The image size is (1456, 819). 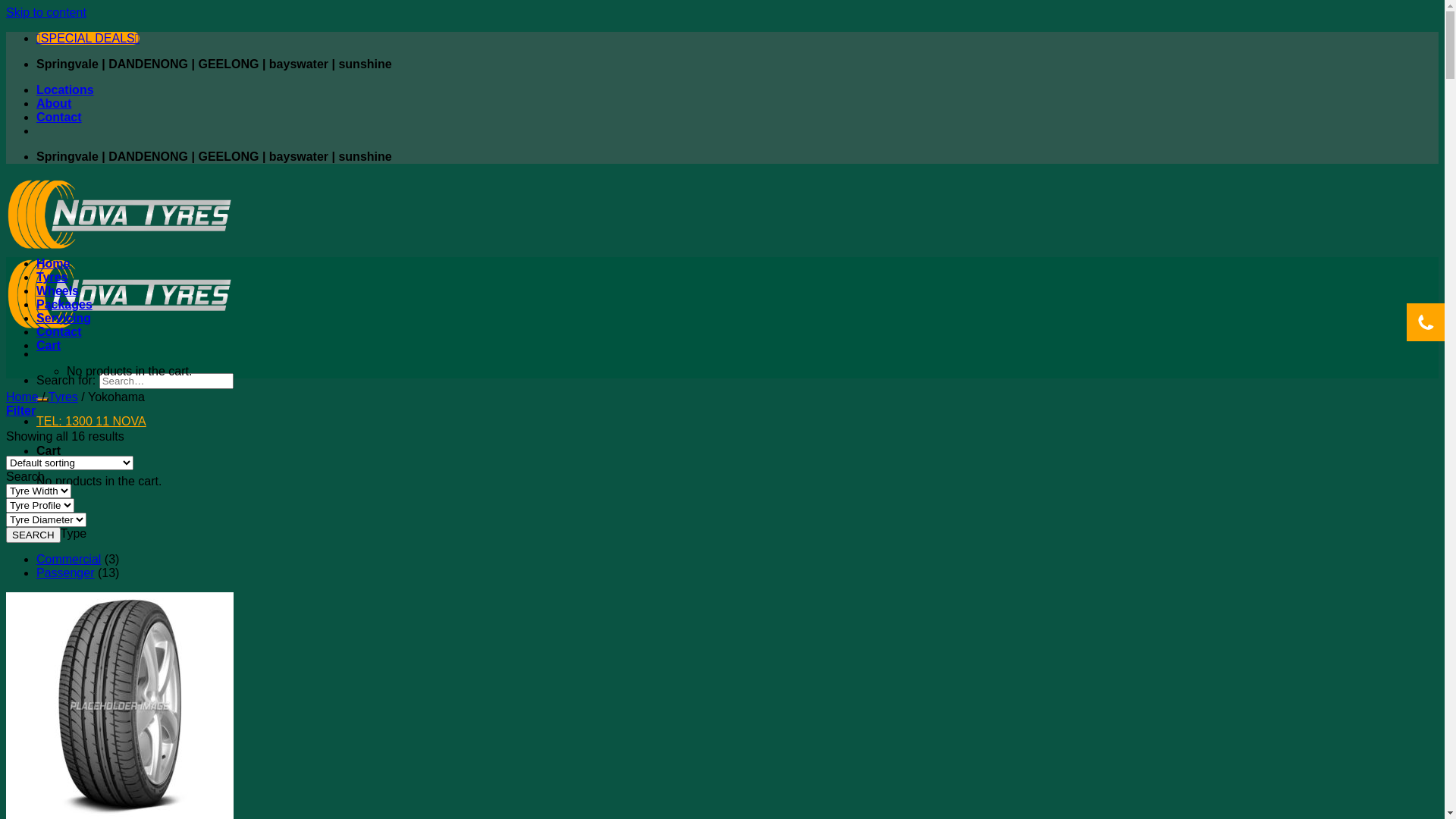 I want to click on 'About', so click(x=54, y=102).